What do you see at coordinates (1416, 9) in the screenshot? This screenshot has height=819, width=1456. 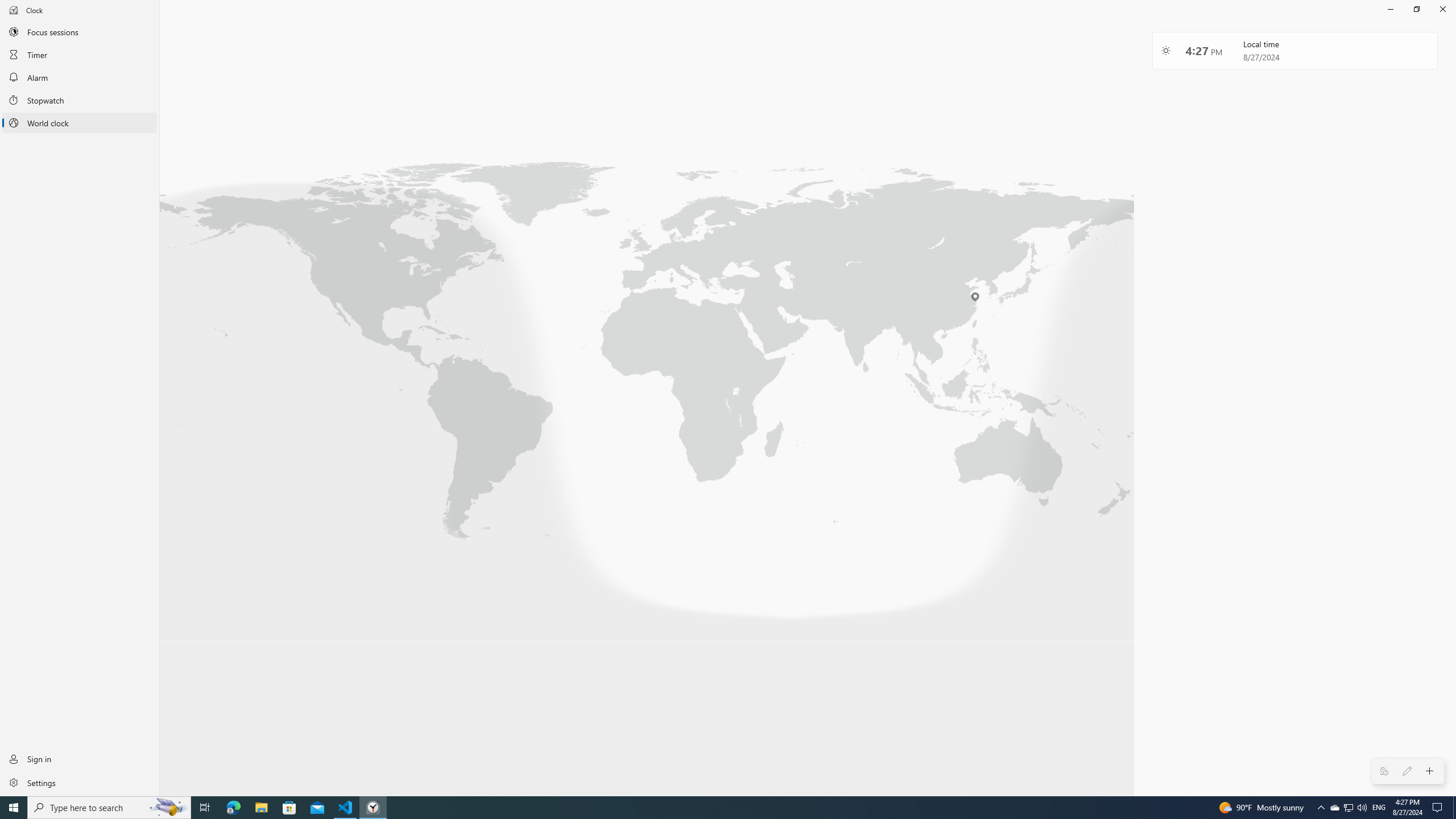 I see `'Restore Clock'` at bounding box center [1416, 9].